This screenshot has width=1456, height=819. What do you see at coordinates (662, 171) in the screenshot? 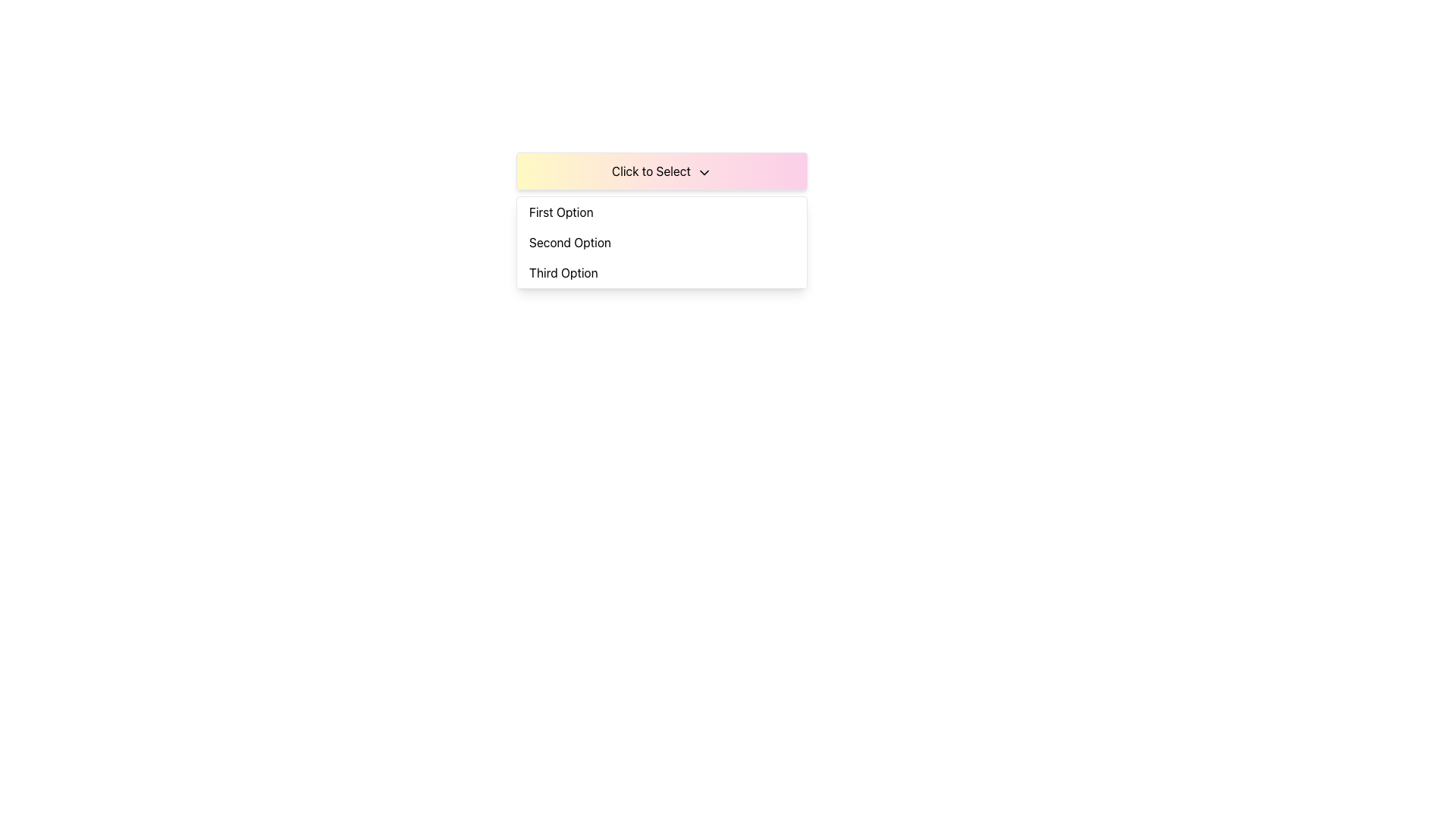
I see `the Dropdown trigger button labeled 'Click to Select'` at bounding box center [662, 171].